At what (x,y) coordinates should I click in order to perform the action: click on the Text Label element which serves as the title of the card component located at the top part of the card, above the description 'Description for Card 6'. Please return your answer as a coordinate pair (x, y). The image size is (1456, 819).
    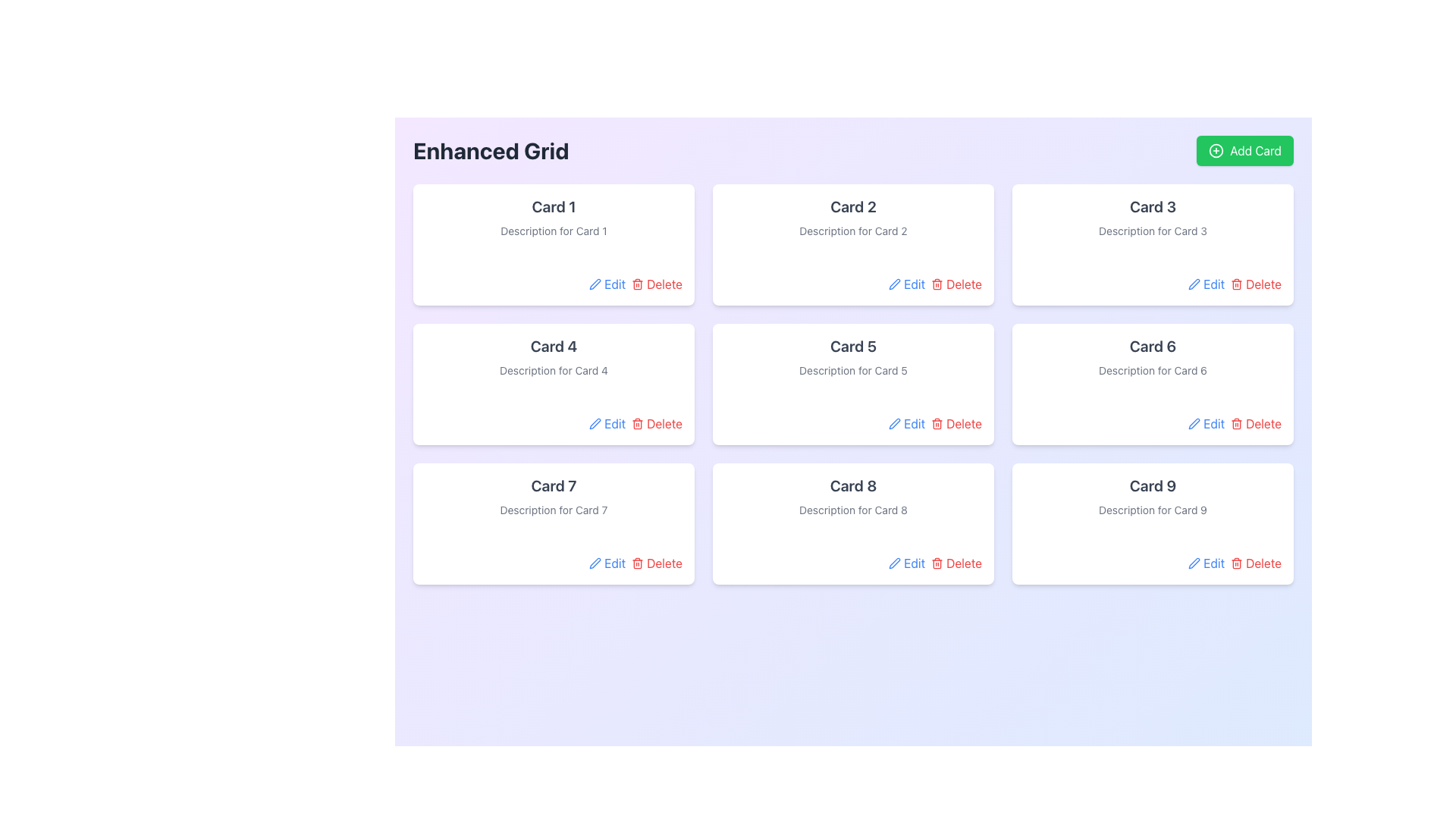
    Looking at the image, I should click on (1153, 346).